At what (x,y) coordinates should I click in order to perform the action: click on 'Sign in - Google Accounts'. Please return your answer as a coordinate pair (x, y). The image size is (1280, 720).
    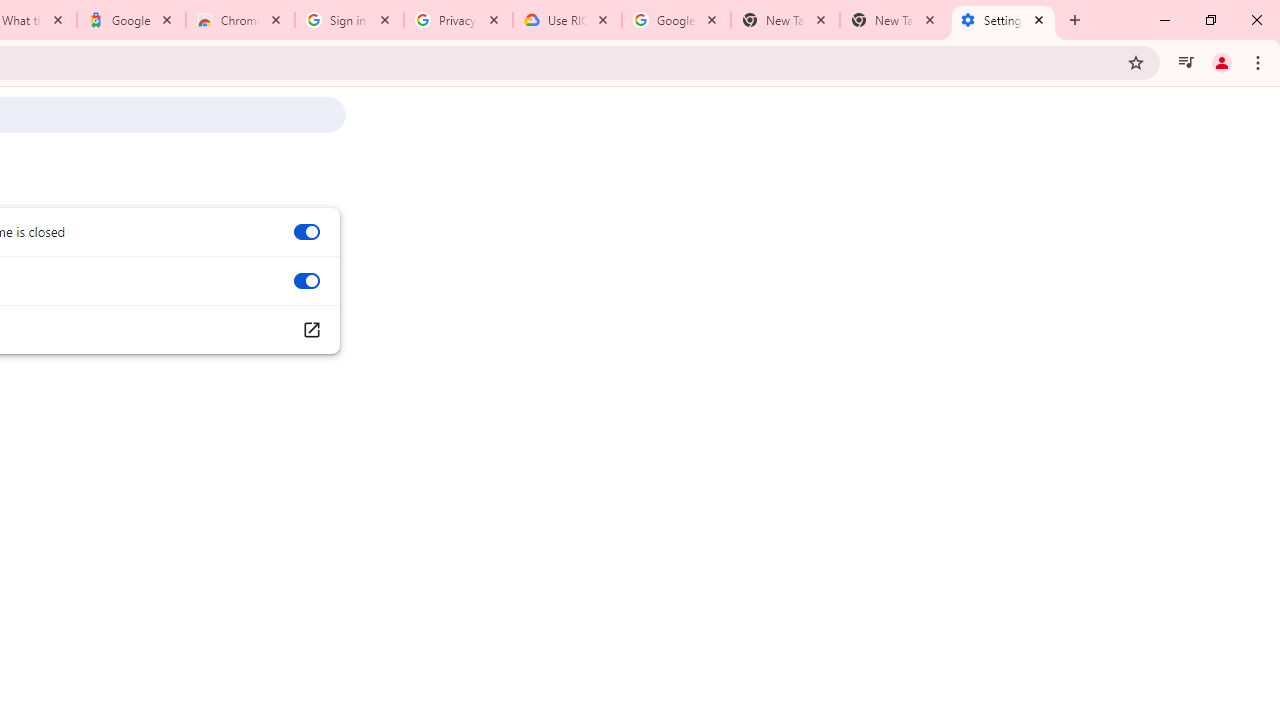
    Looking at the image, I should click on (349, 20).